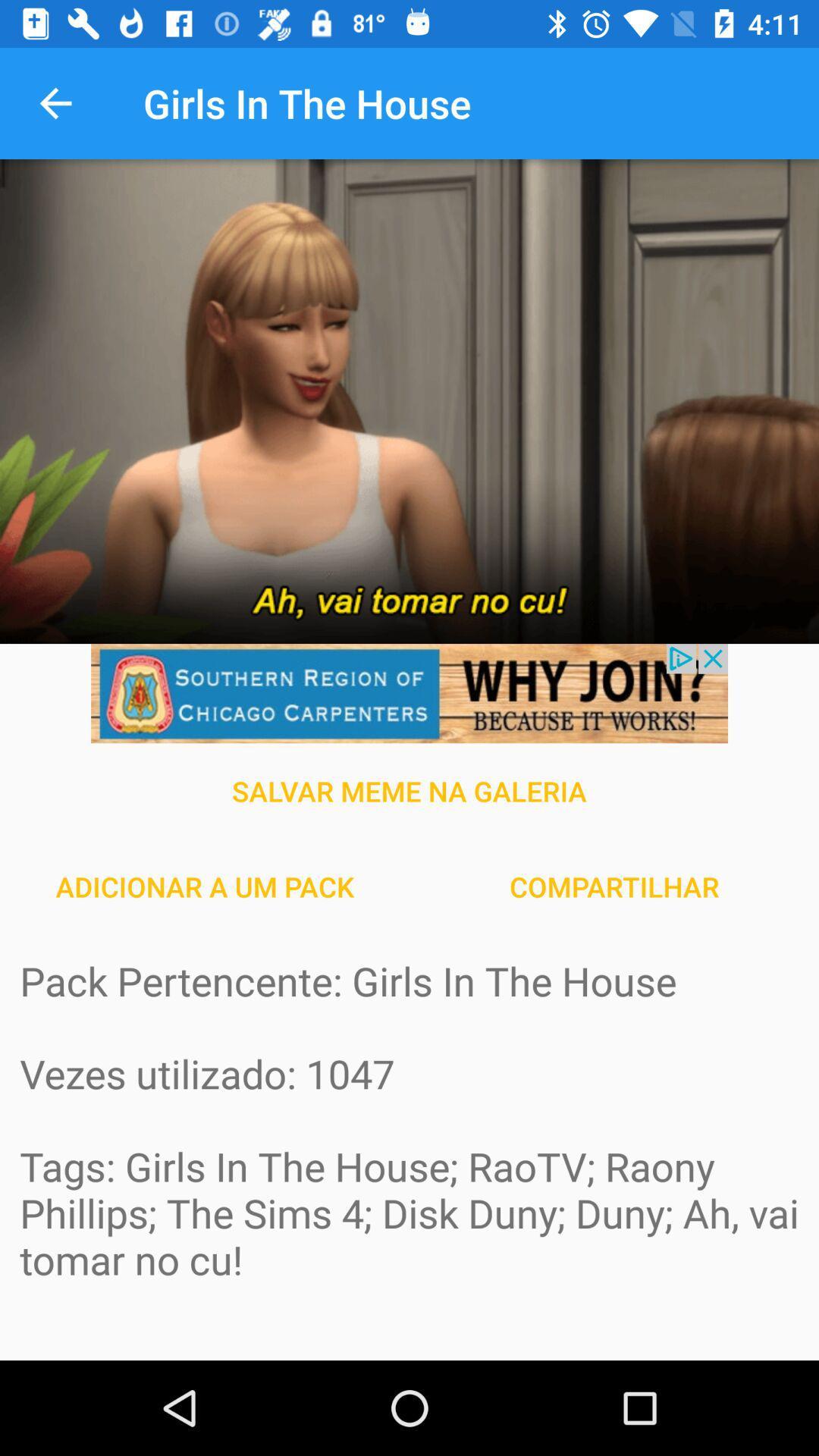 This screenshot has width=819, height=1456. What do you see at coordinates (409, 692) in the screenshot?
I see `details about advertisement` at bounding box center [409, 692].